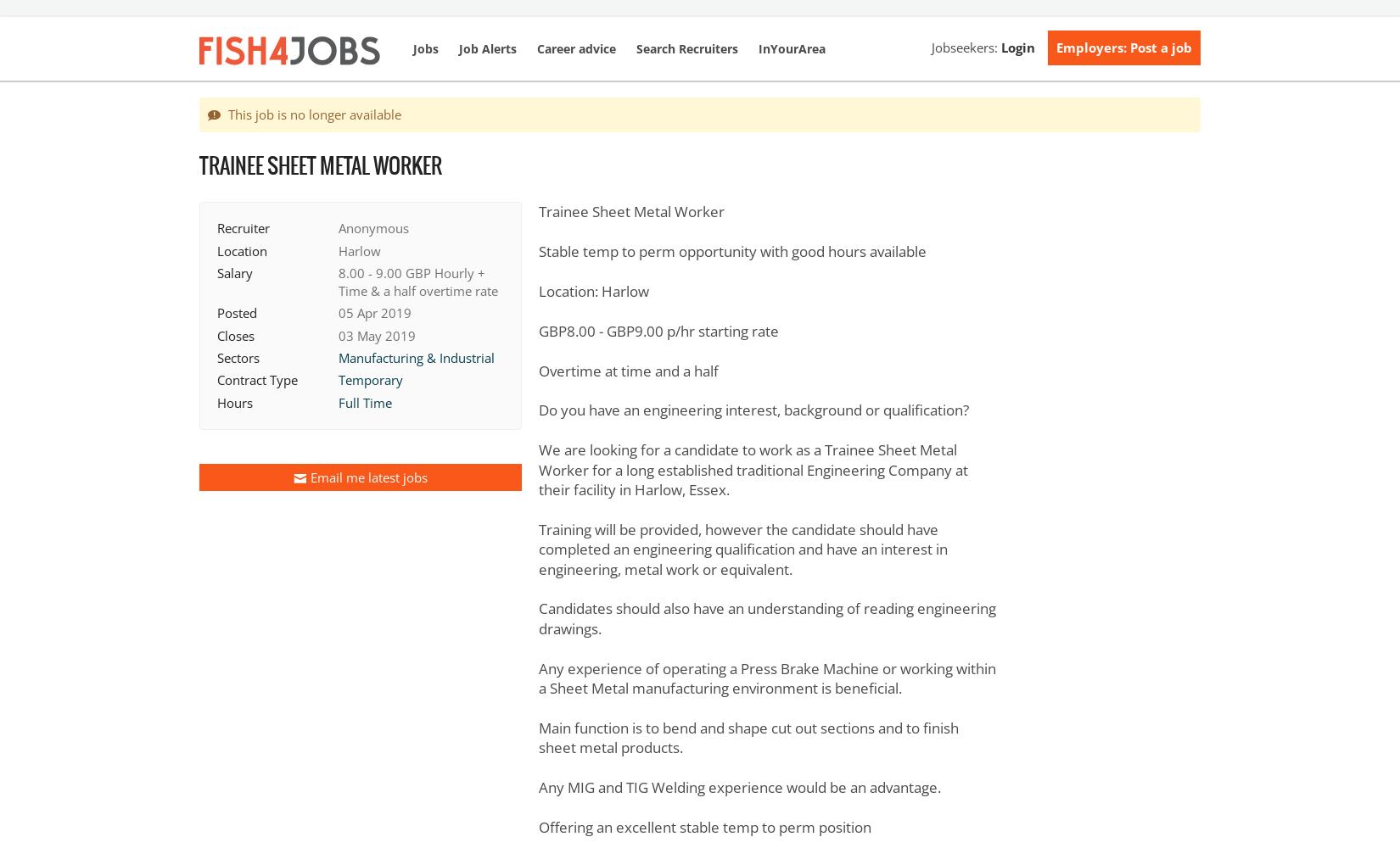  What do you see at coordinates (235, 401) in the screenshot?
I see `'Hours'` at bounding box center [235, 401].